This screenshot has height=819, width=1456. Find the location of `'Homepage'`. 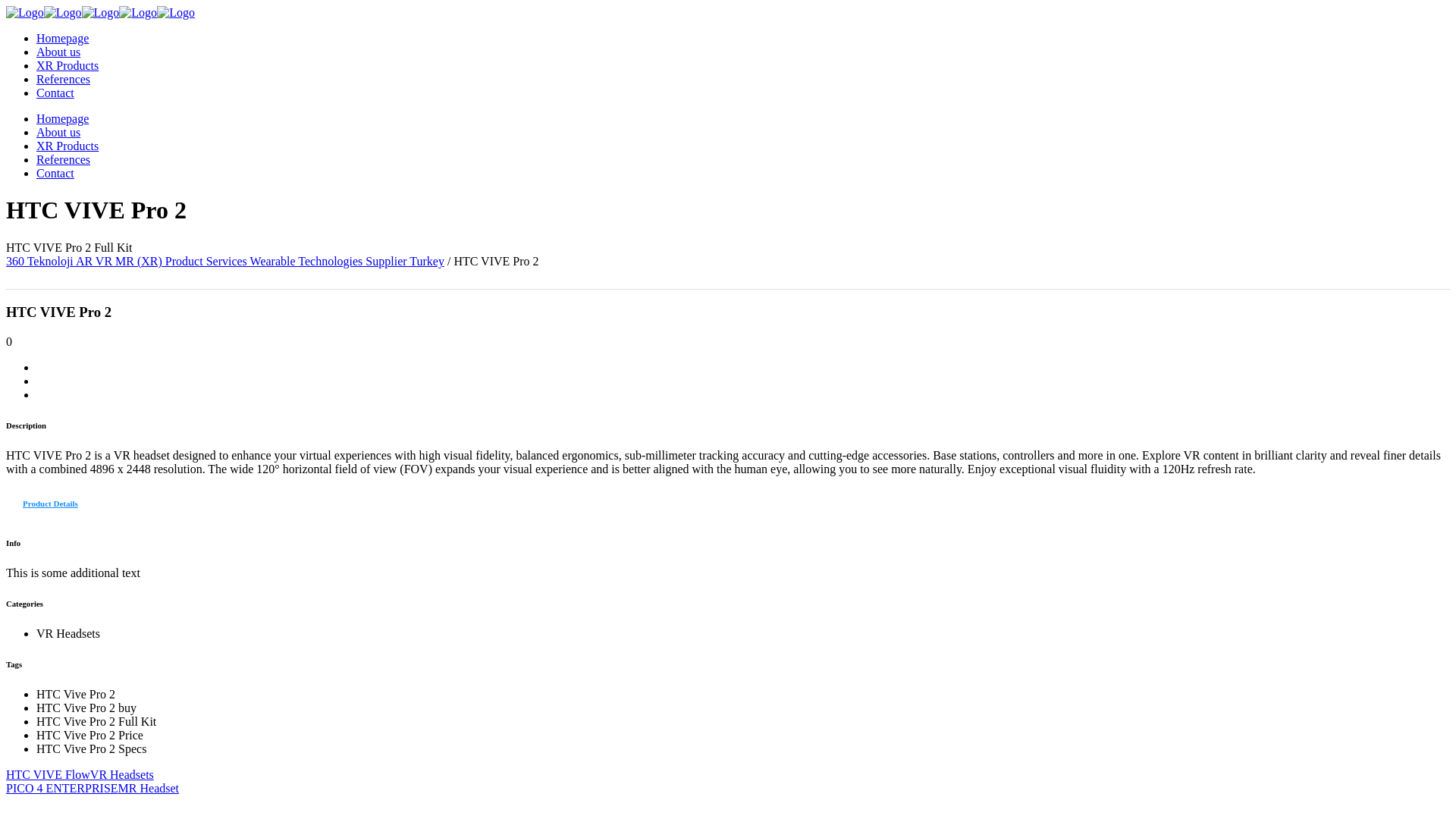

'Homepage' is located at coordinates (61, 118).